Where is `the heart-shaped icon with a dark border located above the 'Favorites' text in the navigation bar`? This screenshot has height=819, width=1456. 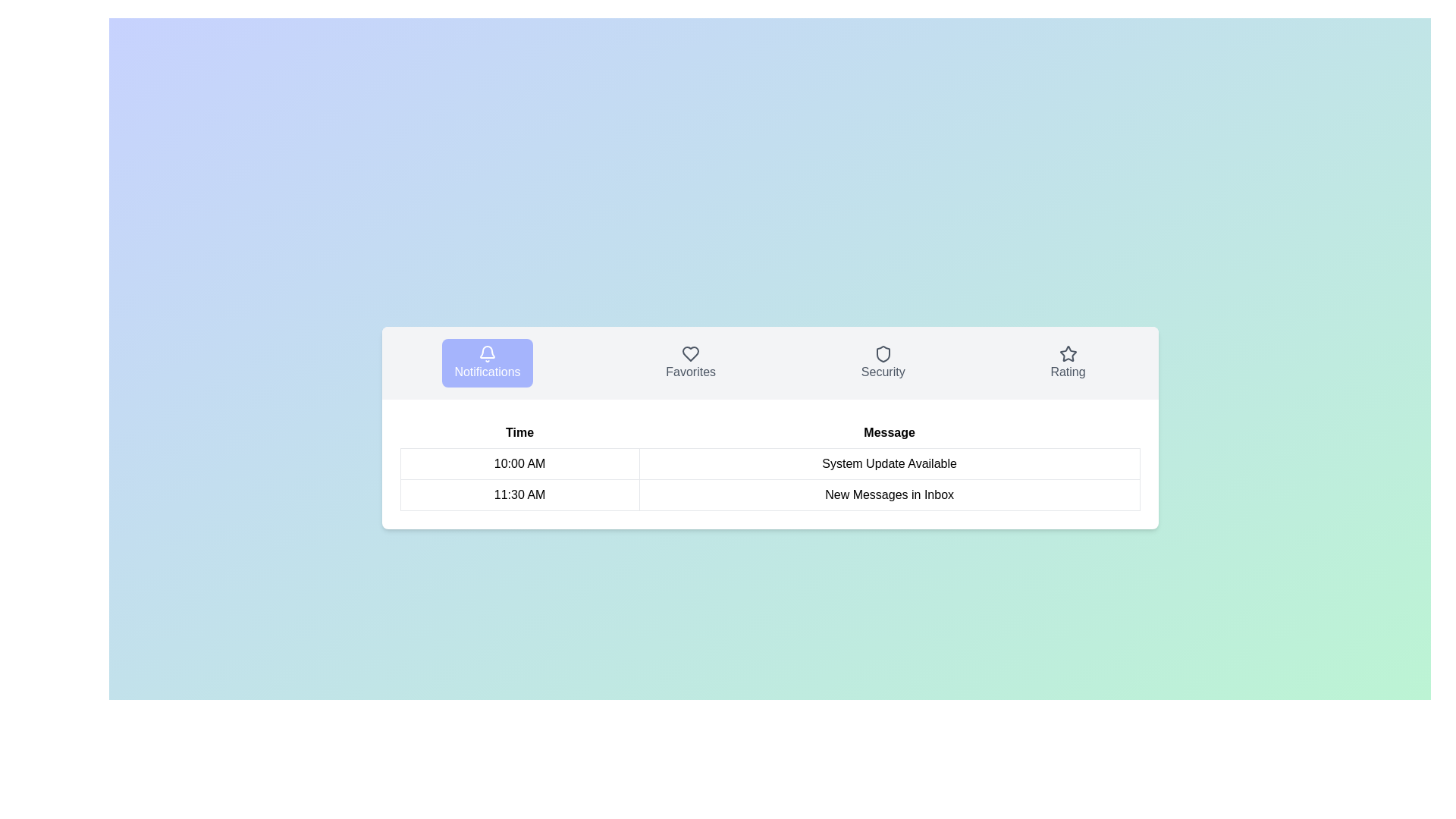 the heart-shaped icon with a dark border located above the 'Favorites' text in the navigation bar is located at coordinates (690, 353).